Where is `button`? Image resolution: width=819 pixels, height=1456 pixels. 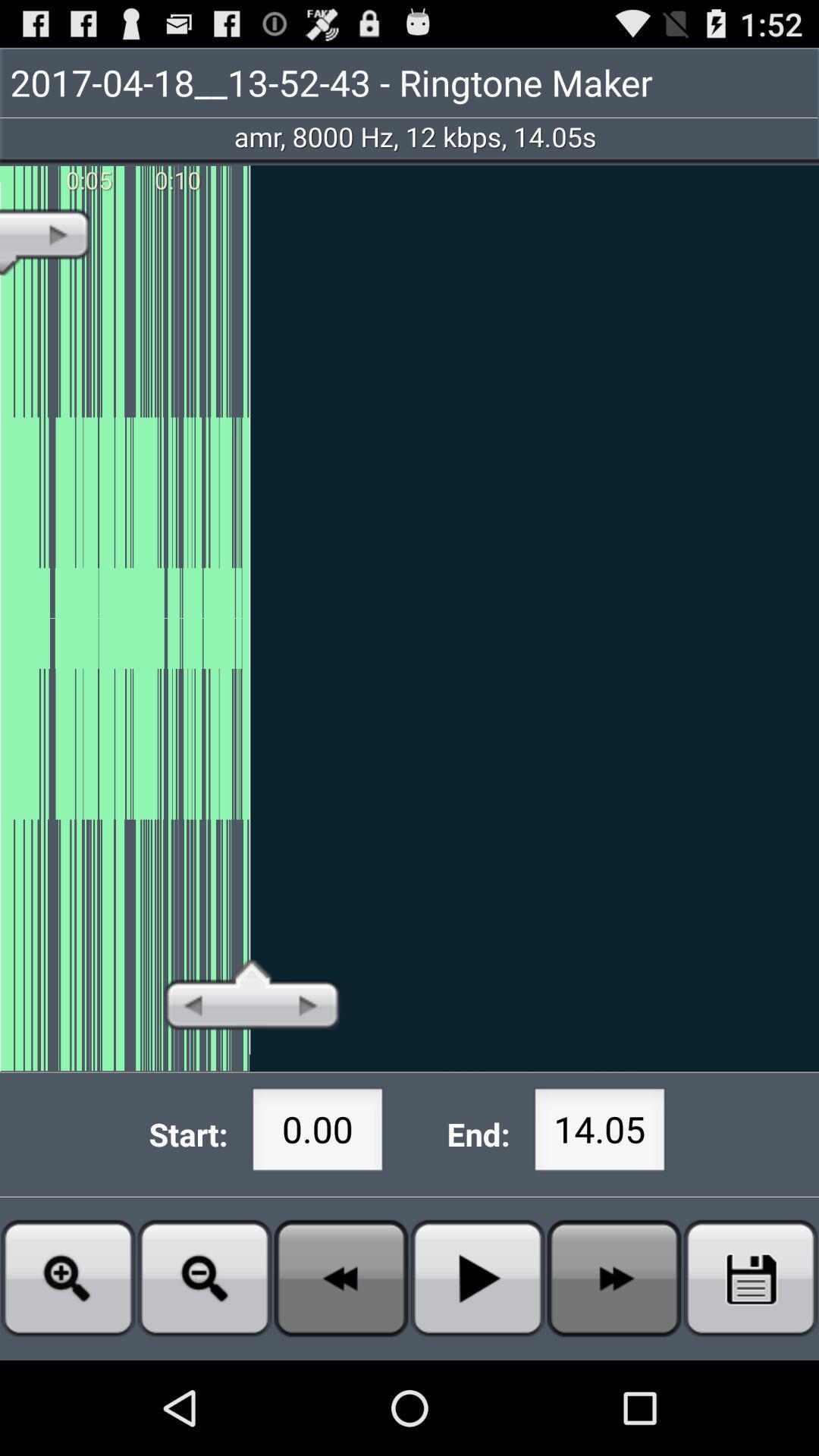
button is located at coordinates (476, 1277).